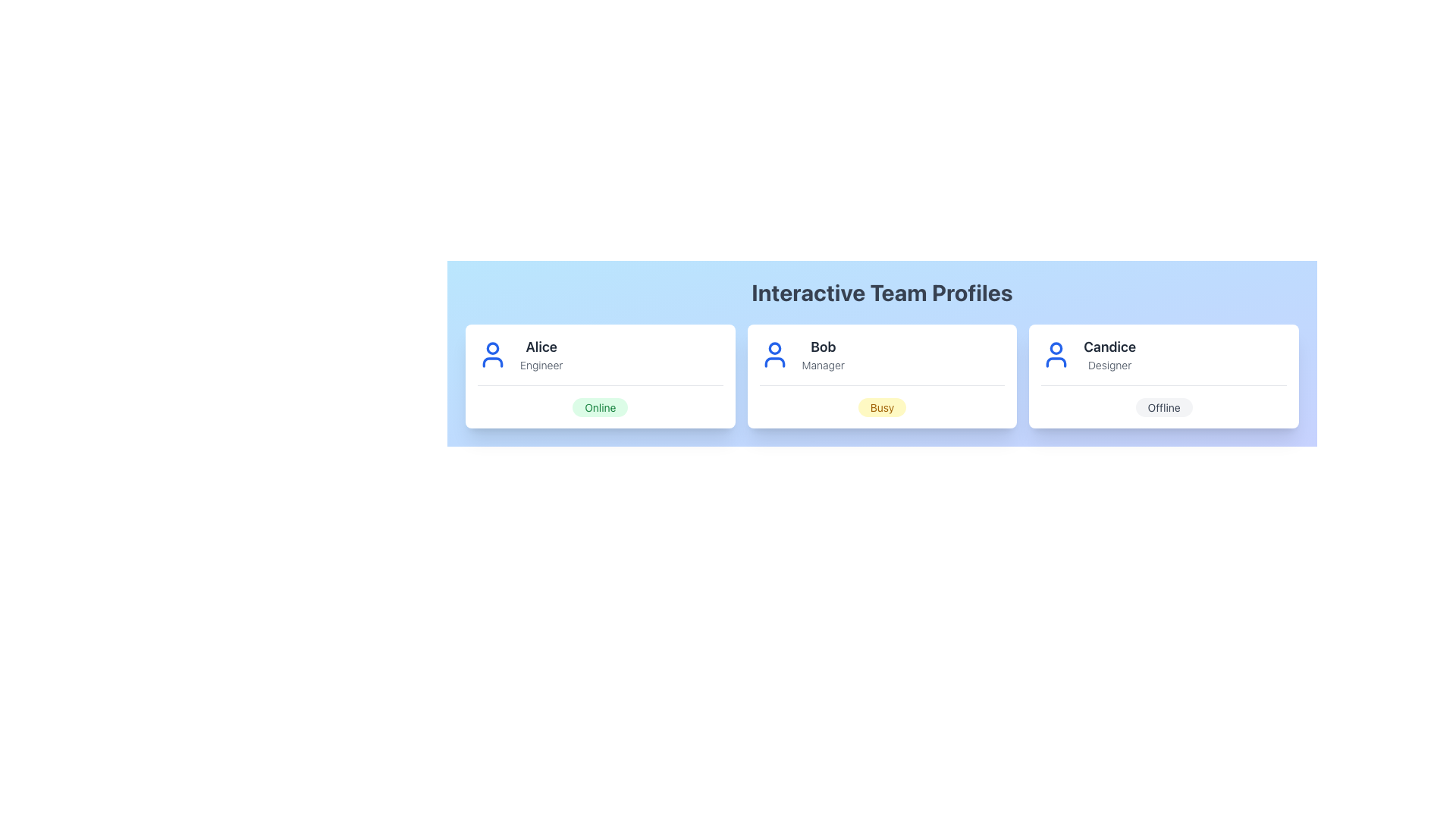  I want to click on the user icon for 'Alice', which is styled as a circular head and shoulders with a thin blue outline, located at the top-left corner of her profile card, so click(492, 354).